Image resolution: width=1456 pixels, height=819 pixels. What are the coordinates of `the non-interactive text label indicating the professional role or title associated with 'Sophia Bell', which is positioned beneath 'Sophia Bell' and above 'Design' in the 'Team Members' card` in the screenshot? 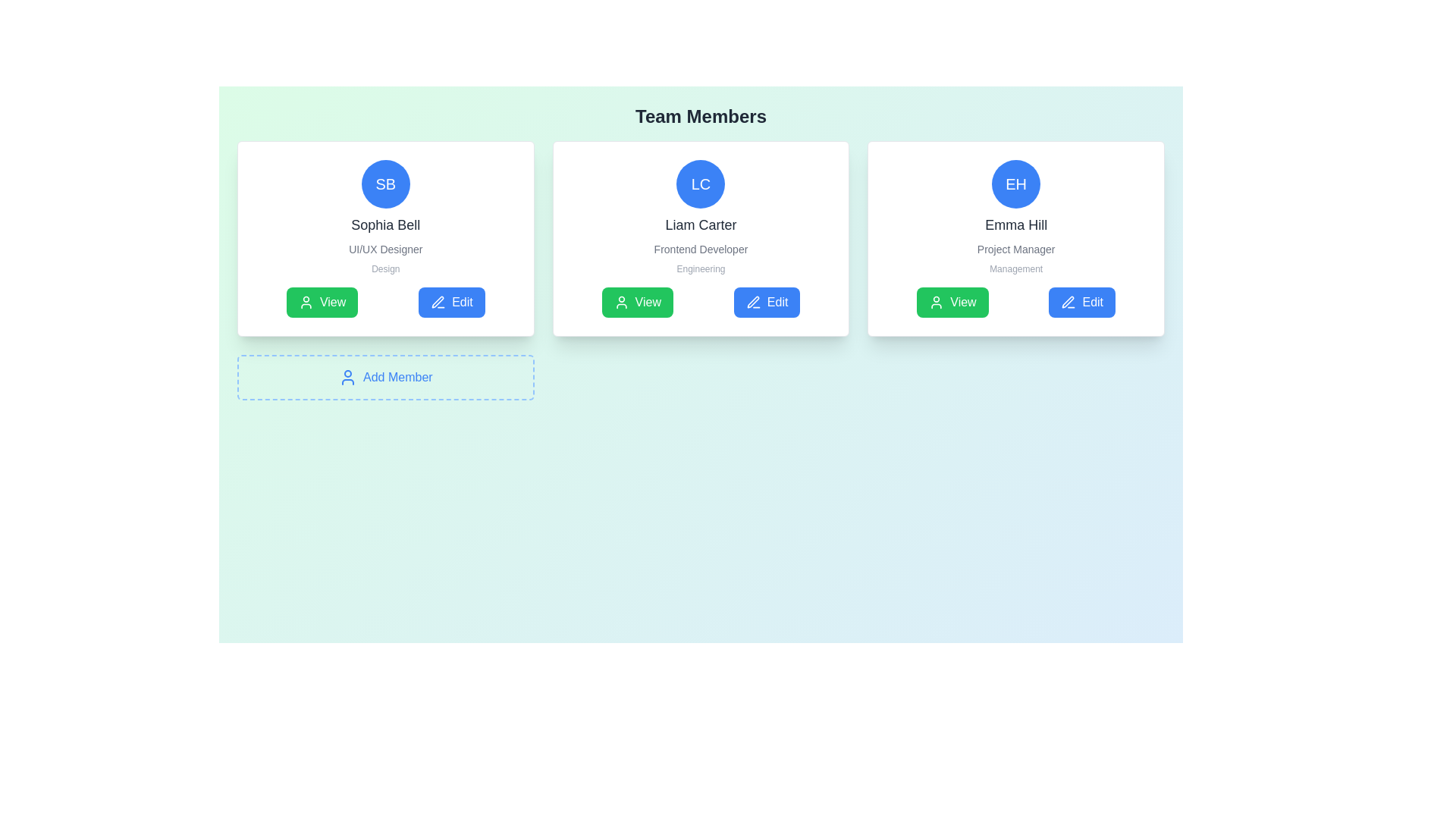 It's located at (385, 248).